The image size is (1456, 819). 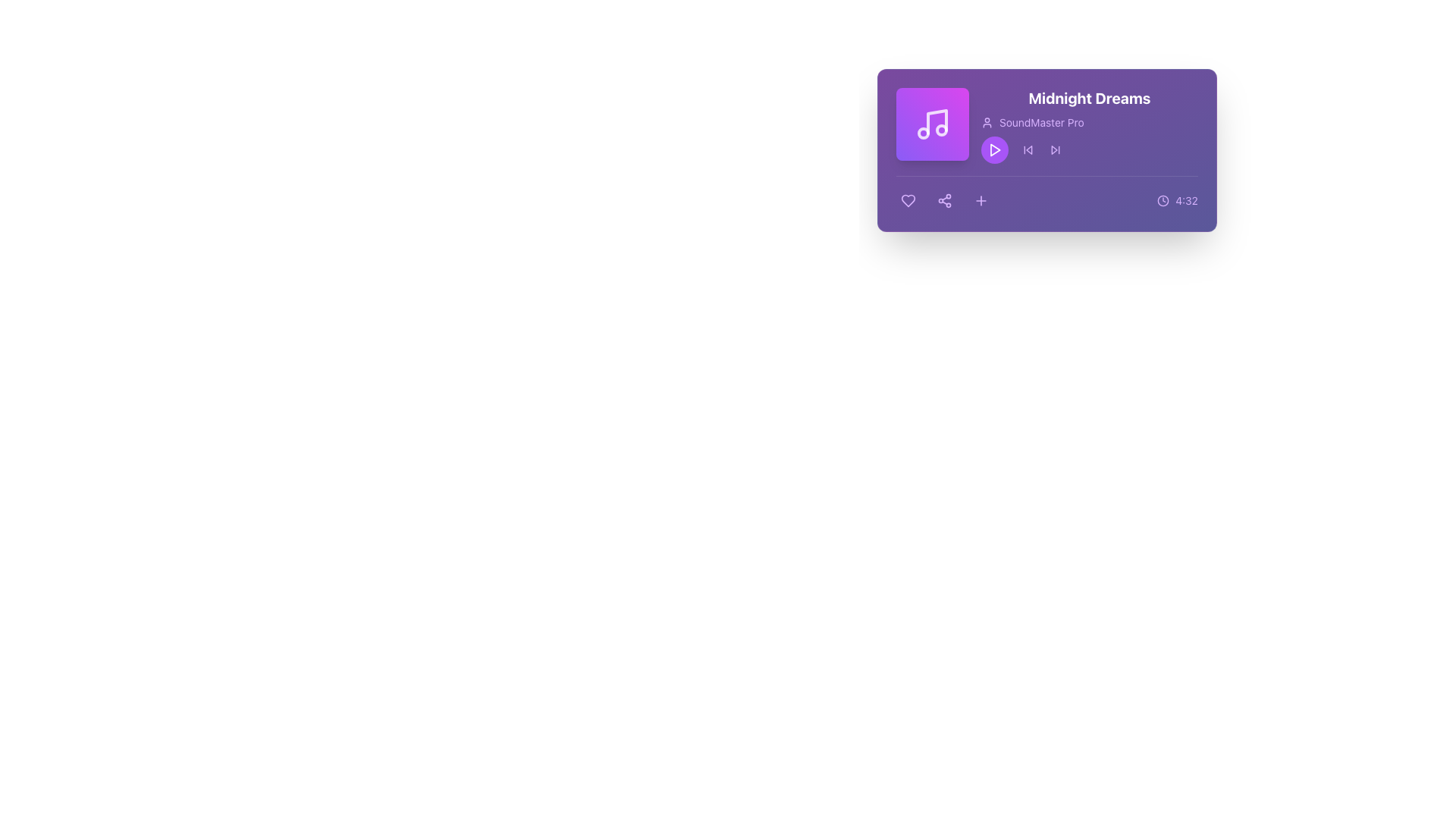 I want to click on the 'Previous Track' button located between the 'Play' and 'Next' buttons in the control panel at the center bottom of the card, so click(x=1028, y=149).